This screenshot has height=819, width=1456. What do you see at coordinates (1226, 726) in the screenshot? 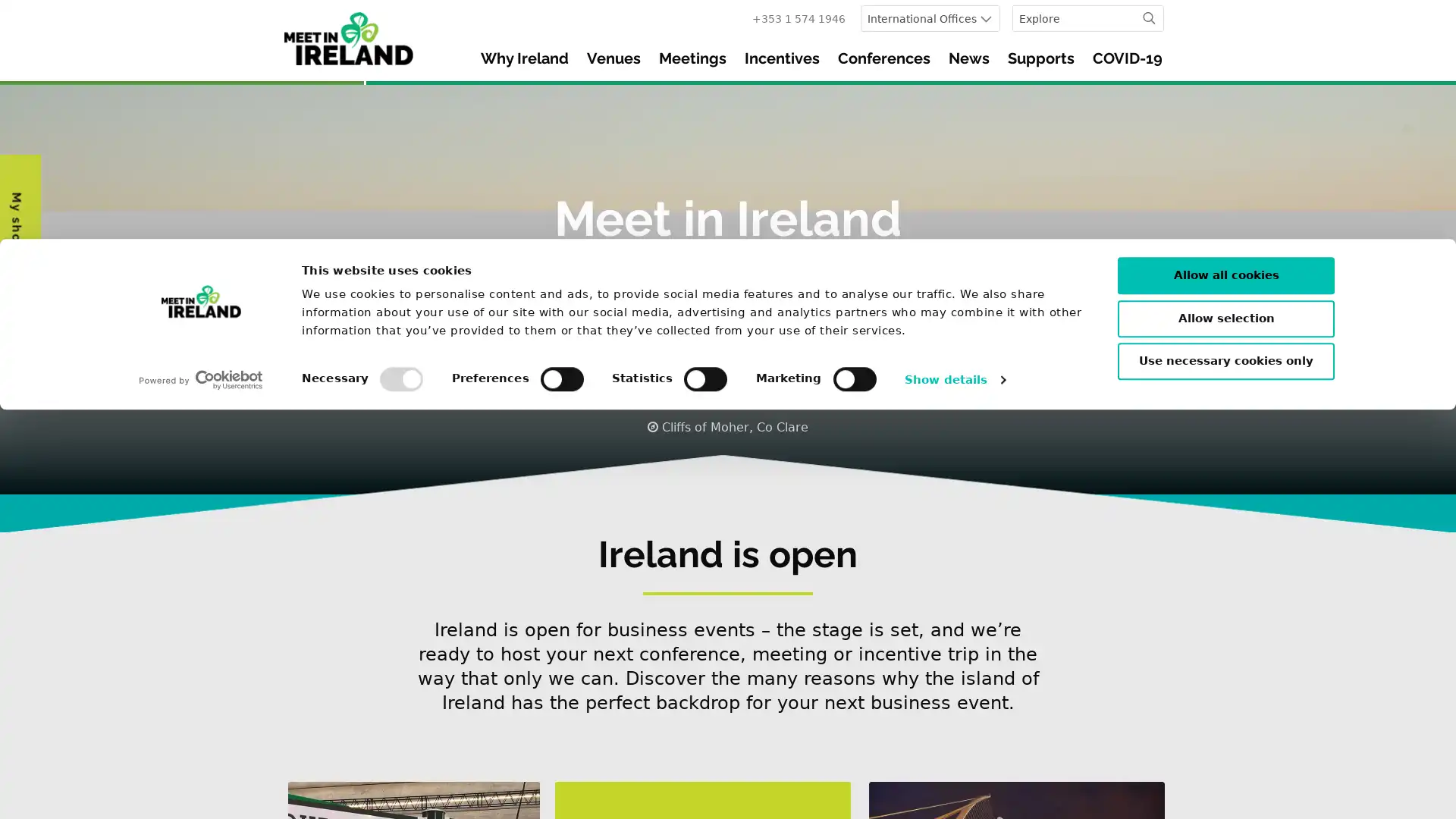
I see `Allow selection` at bounding box center [1226, 726].